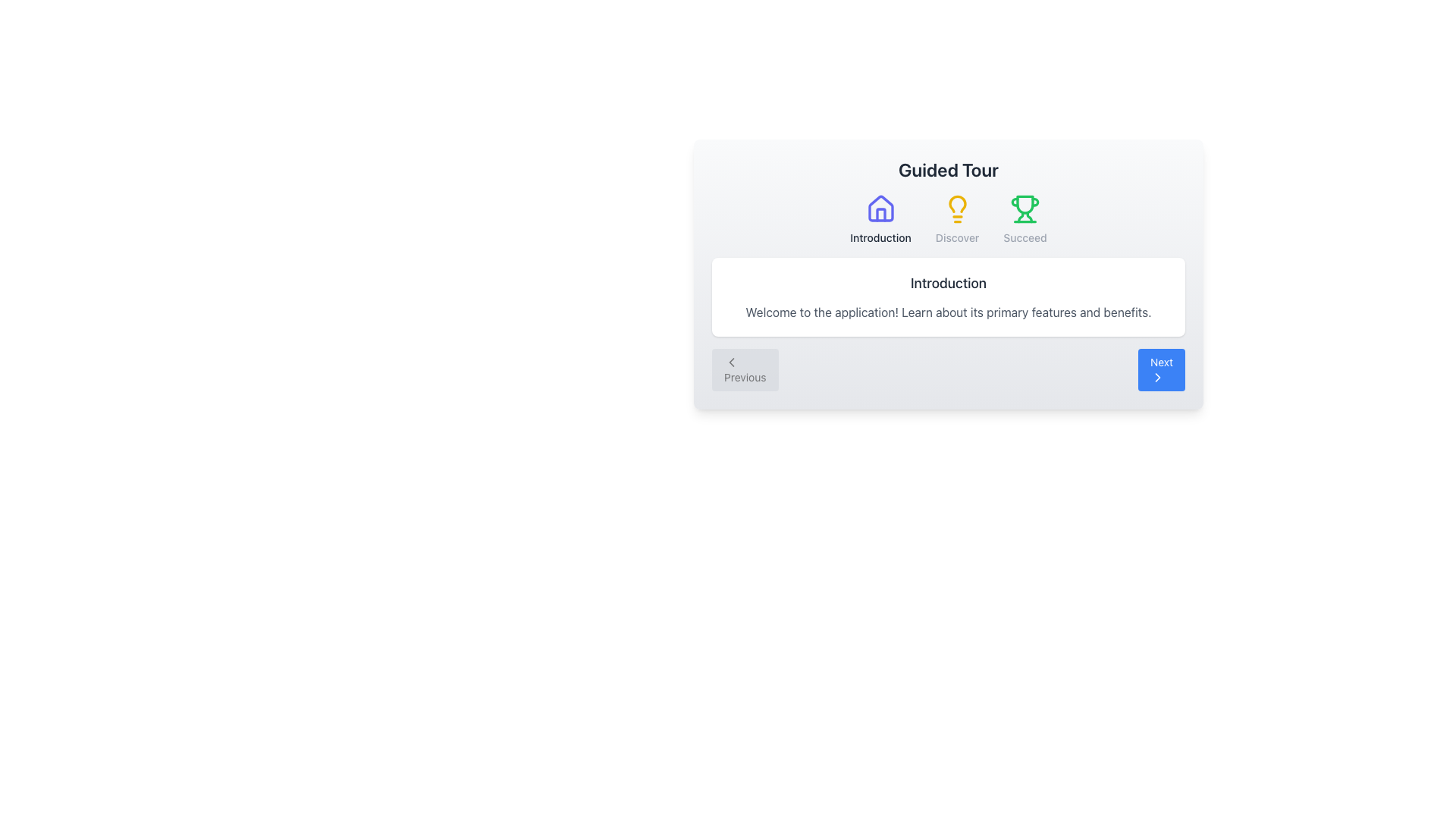 This screenshot has height=819, width=1456. What do you see at coordinates (948, 219) in the screenshot?
I see `the middle section of the guided tour steps, which contains a yellow lightbulb icon and the label 'Discover'` at bounding box center [948, 219].